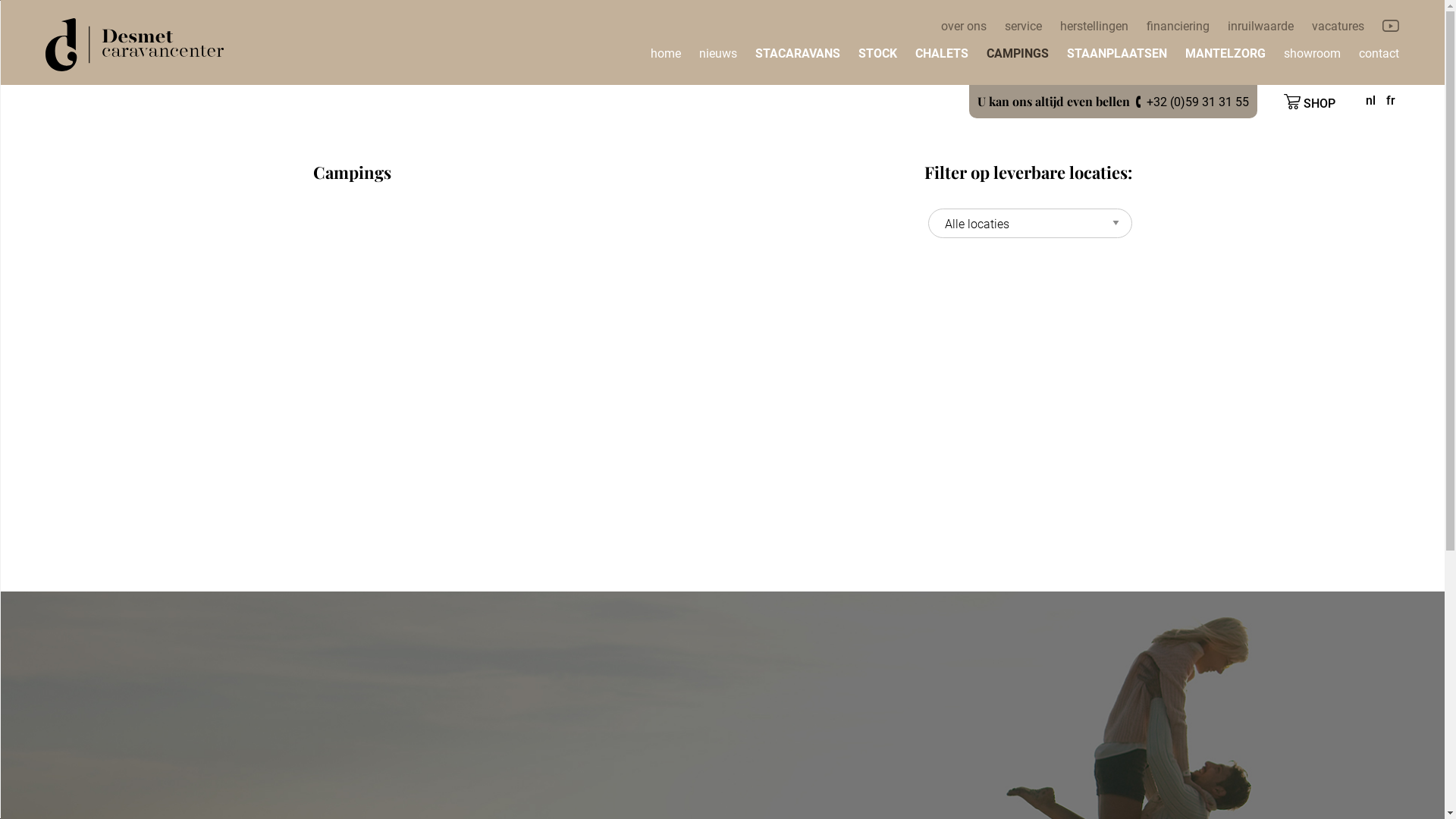 This screenshot has width=1456, height=819. Describe the element at coordinates (1338, 26) in the screenshot. I see `'vacatures'` at that location.